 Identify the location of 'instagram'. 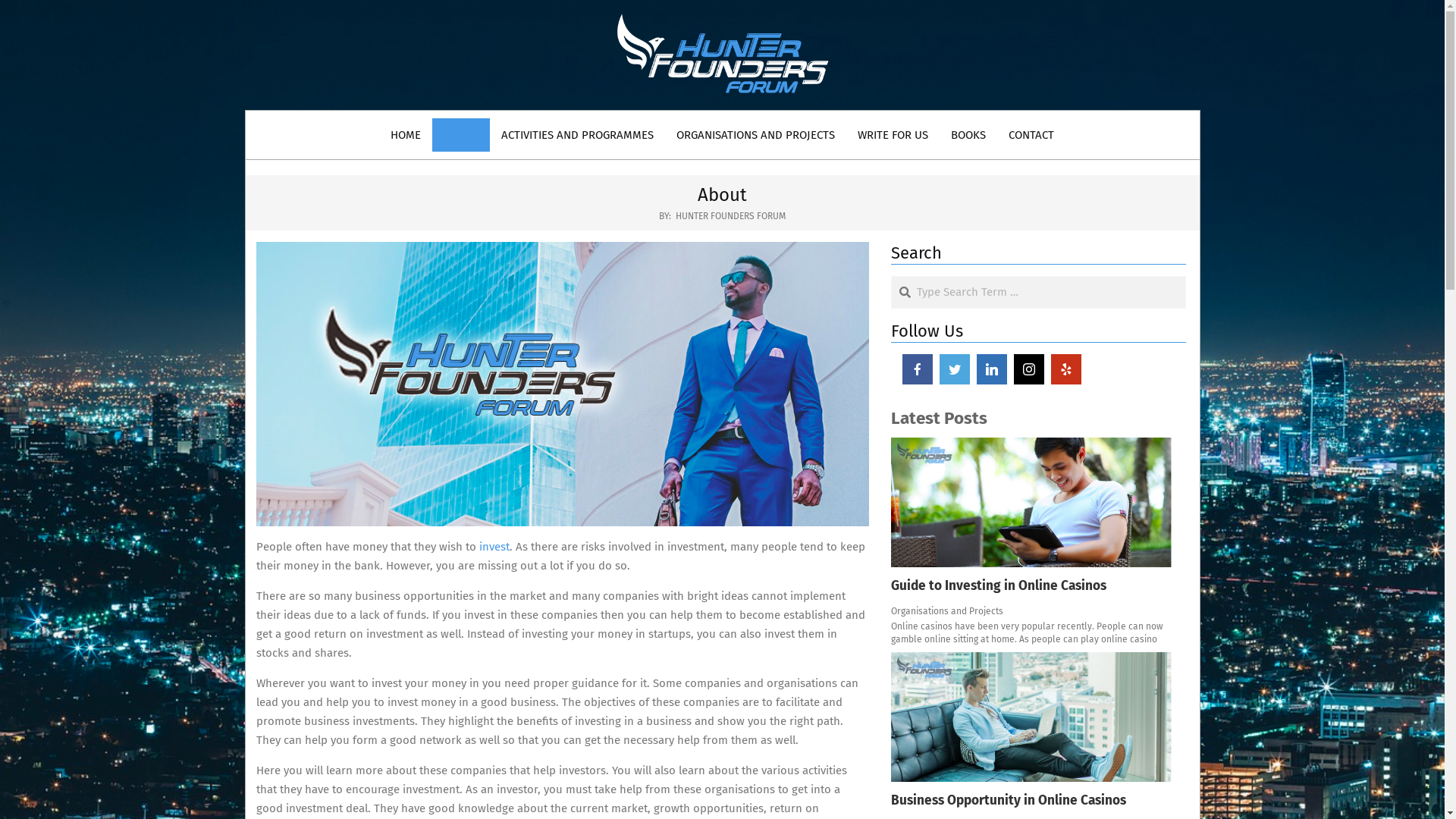
(1029, 369).